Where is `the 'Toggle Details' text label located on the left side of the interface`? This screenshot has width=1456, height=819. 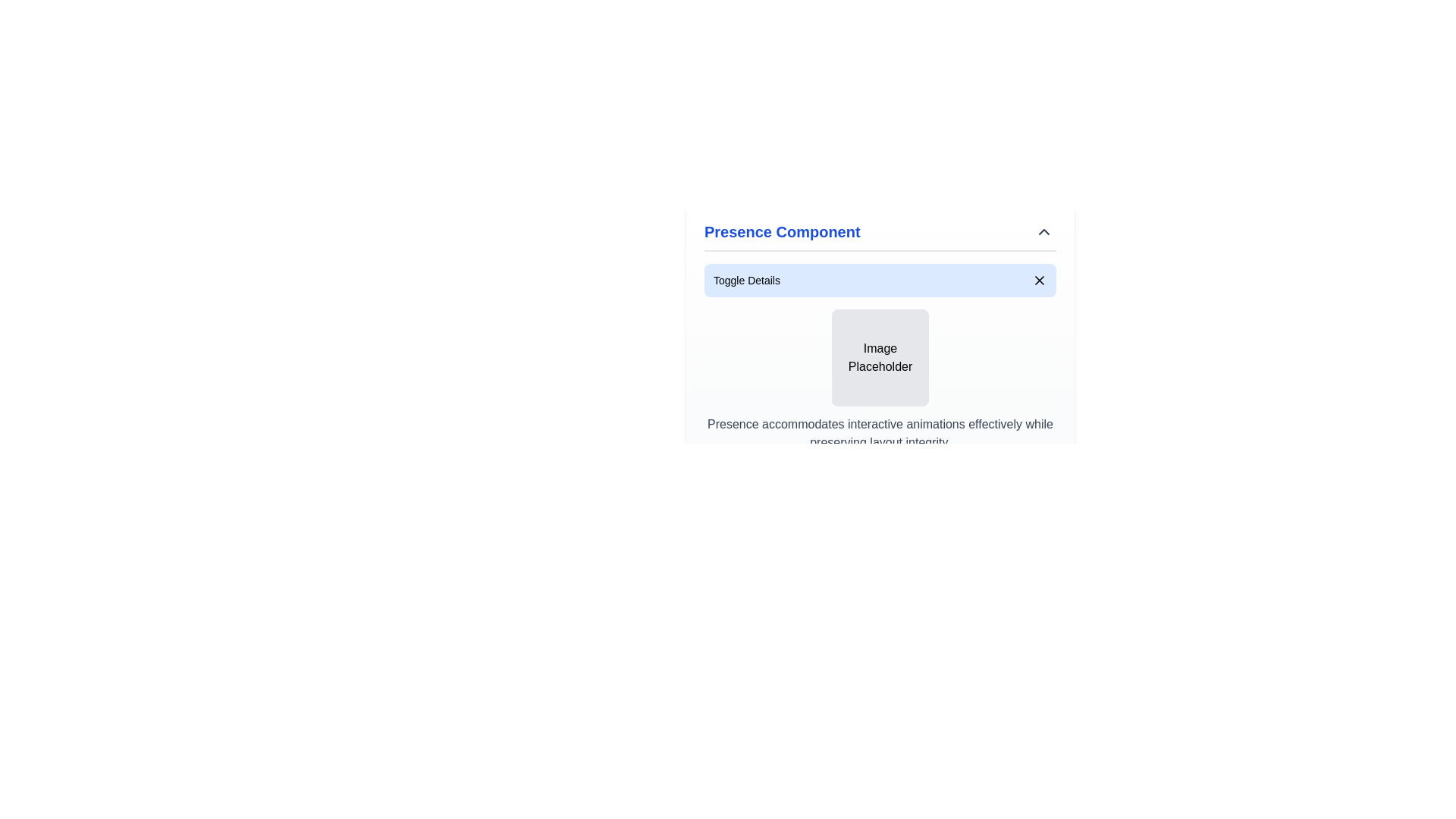
the 'Toggle Details' text label located on the left side of the interface is located at coordinates (746, 281).